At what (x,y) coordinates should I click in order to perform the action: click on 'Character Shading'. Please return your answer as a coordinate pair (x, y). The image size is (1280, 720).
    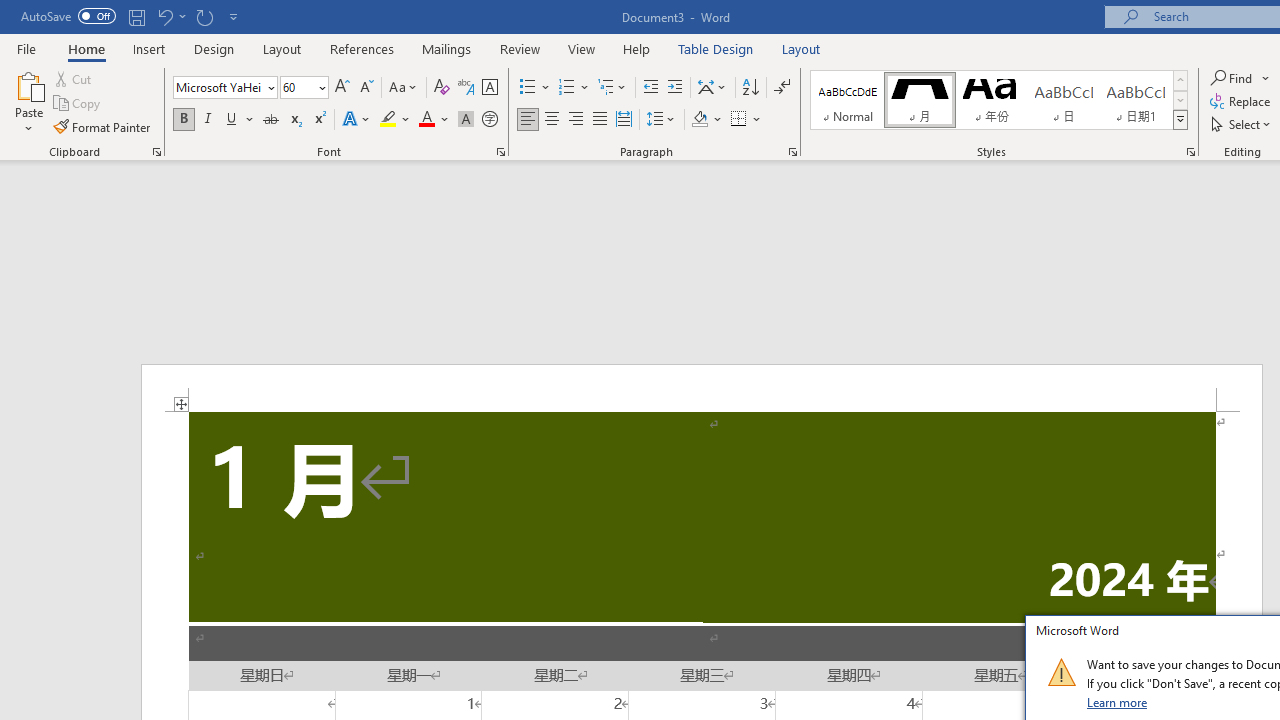
    Looking at the image, I should click on (464, 119).